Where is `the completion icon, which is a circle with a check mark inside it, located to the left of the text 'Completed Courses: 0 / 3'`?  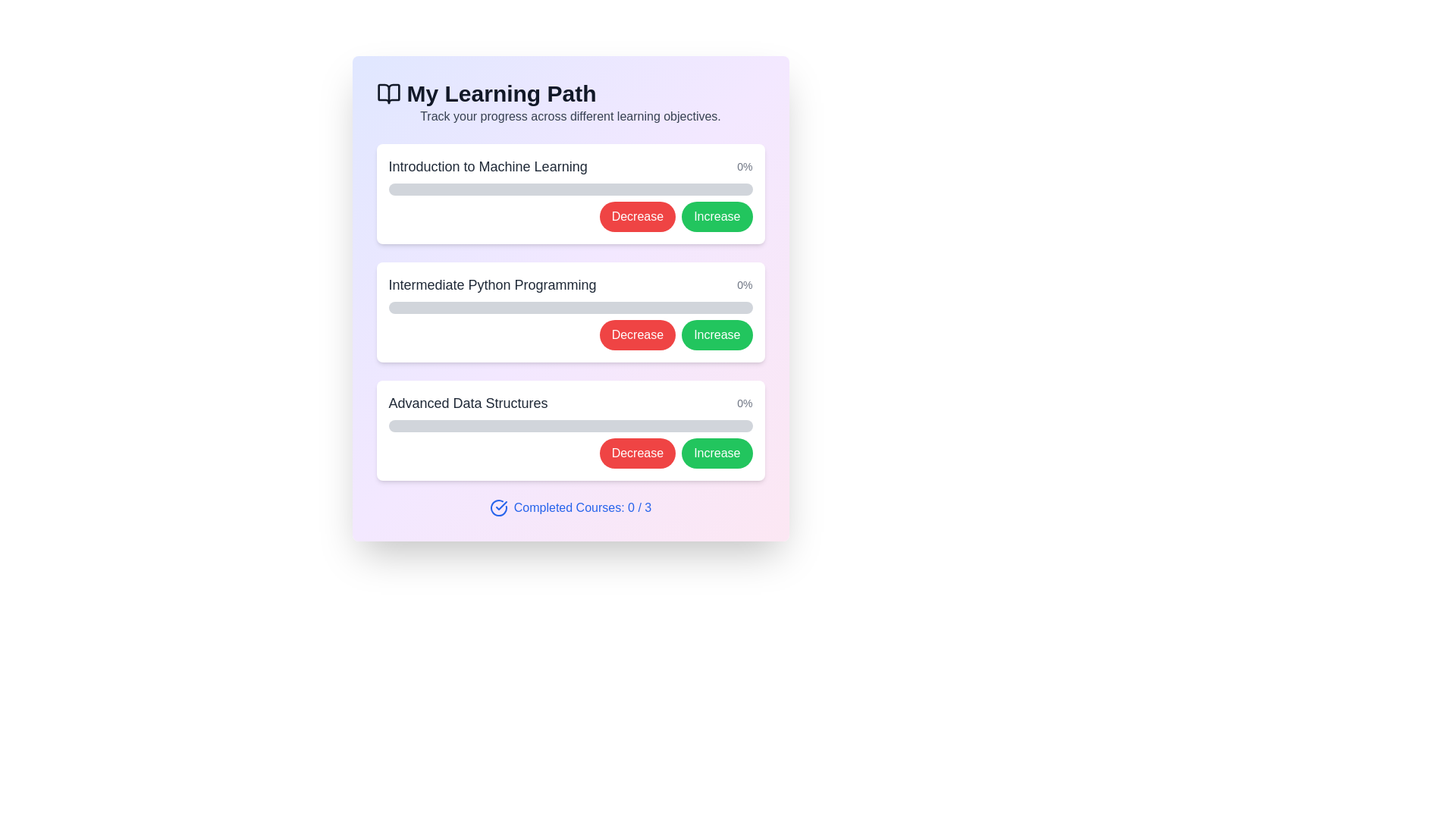
the completion icon, which is a circle with a check mark inside it, located to the left of the text 'Completed Courses: 0 / 3' is located at coordinates (498, 508).